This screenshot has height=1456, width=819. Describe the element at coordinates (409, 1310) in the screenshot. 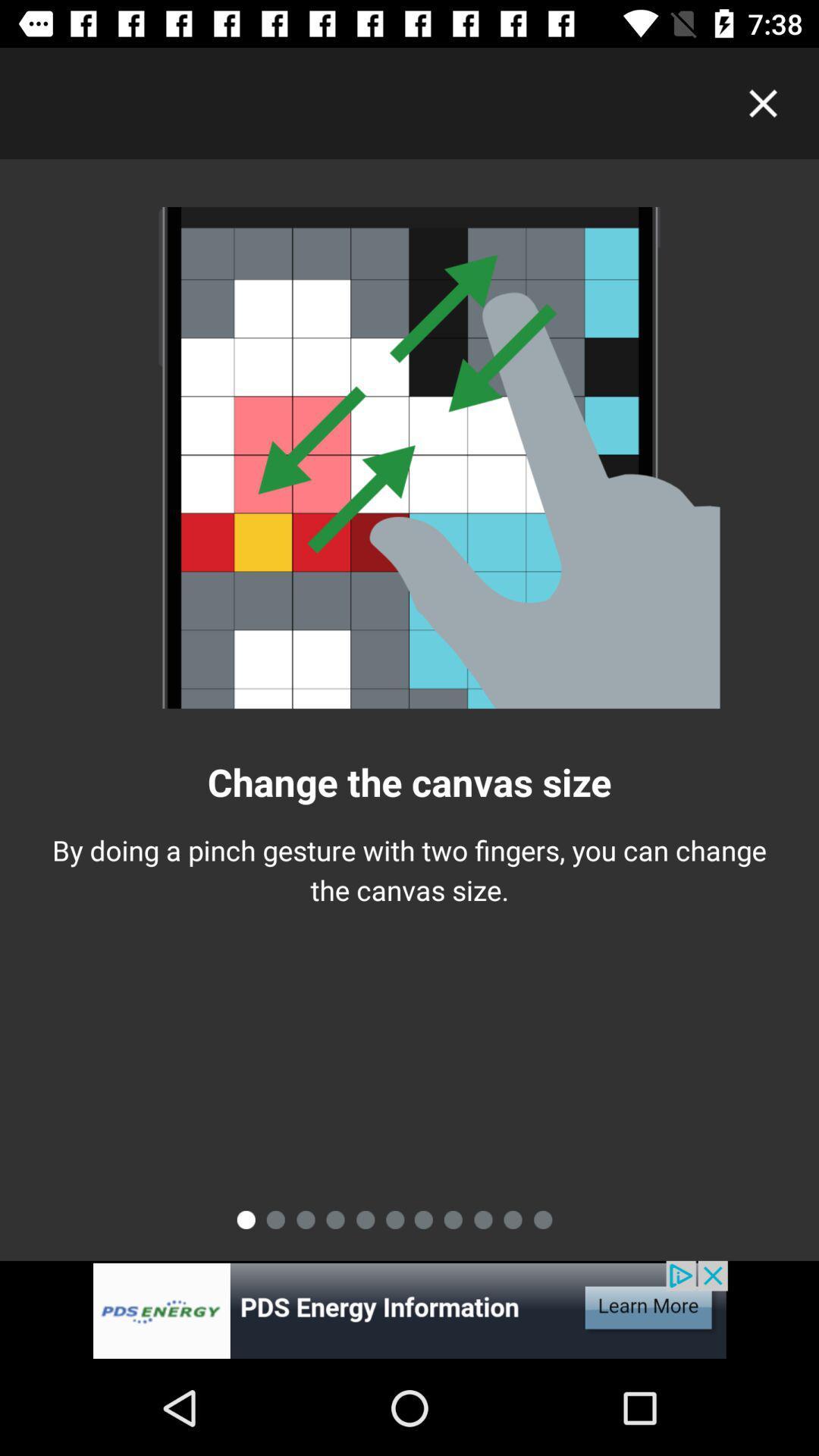

I see `visit advertisement` at that location.